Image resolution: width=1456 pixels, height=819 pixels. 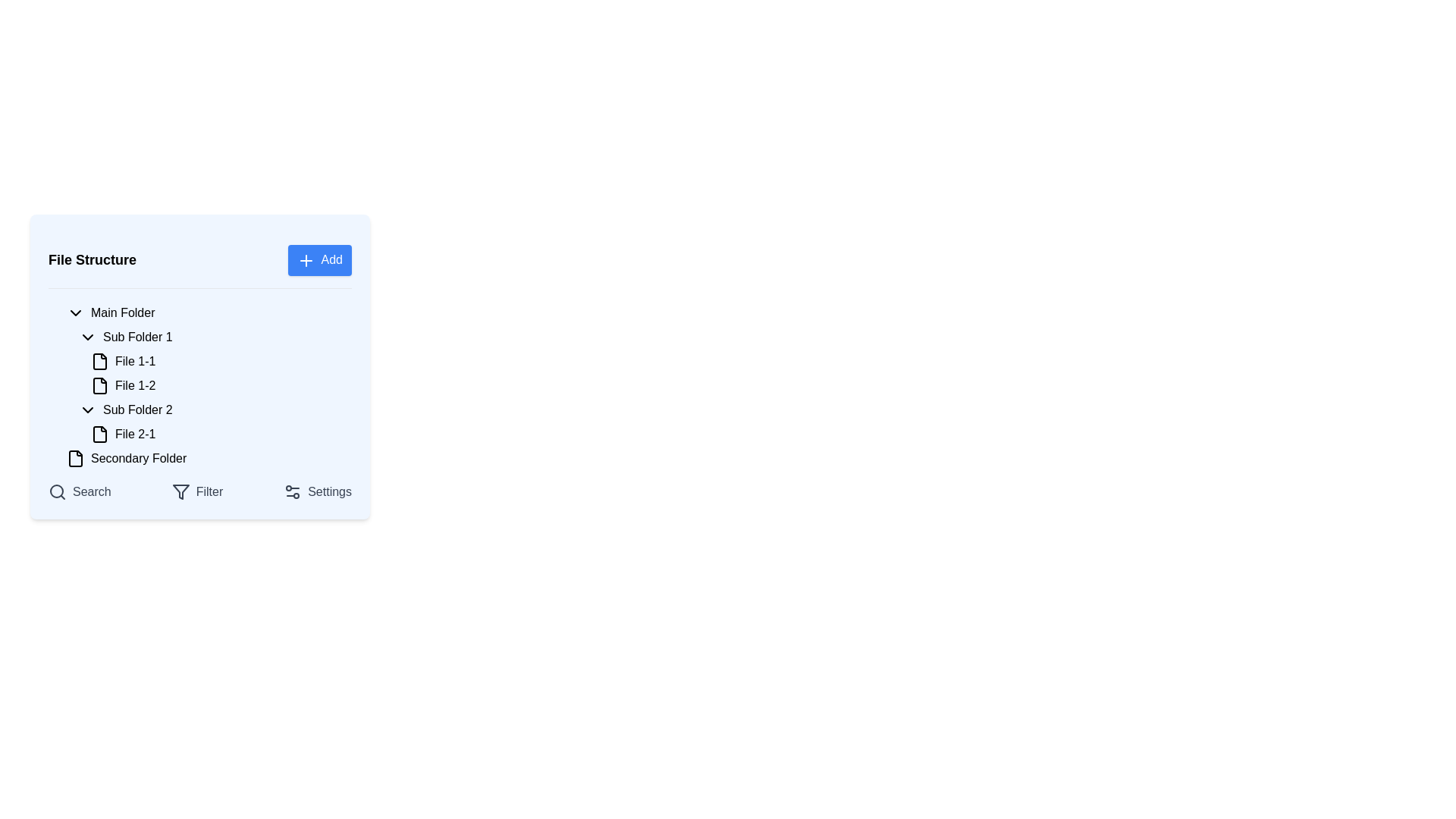 I want to click on the document icon located near the left side of the item labeled 'File 1-1' within 'Sub Folder 1' under the 'Main Folder' section, so click(x=99, y=360).